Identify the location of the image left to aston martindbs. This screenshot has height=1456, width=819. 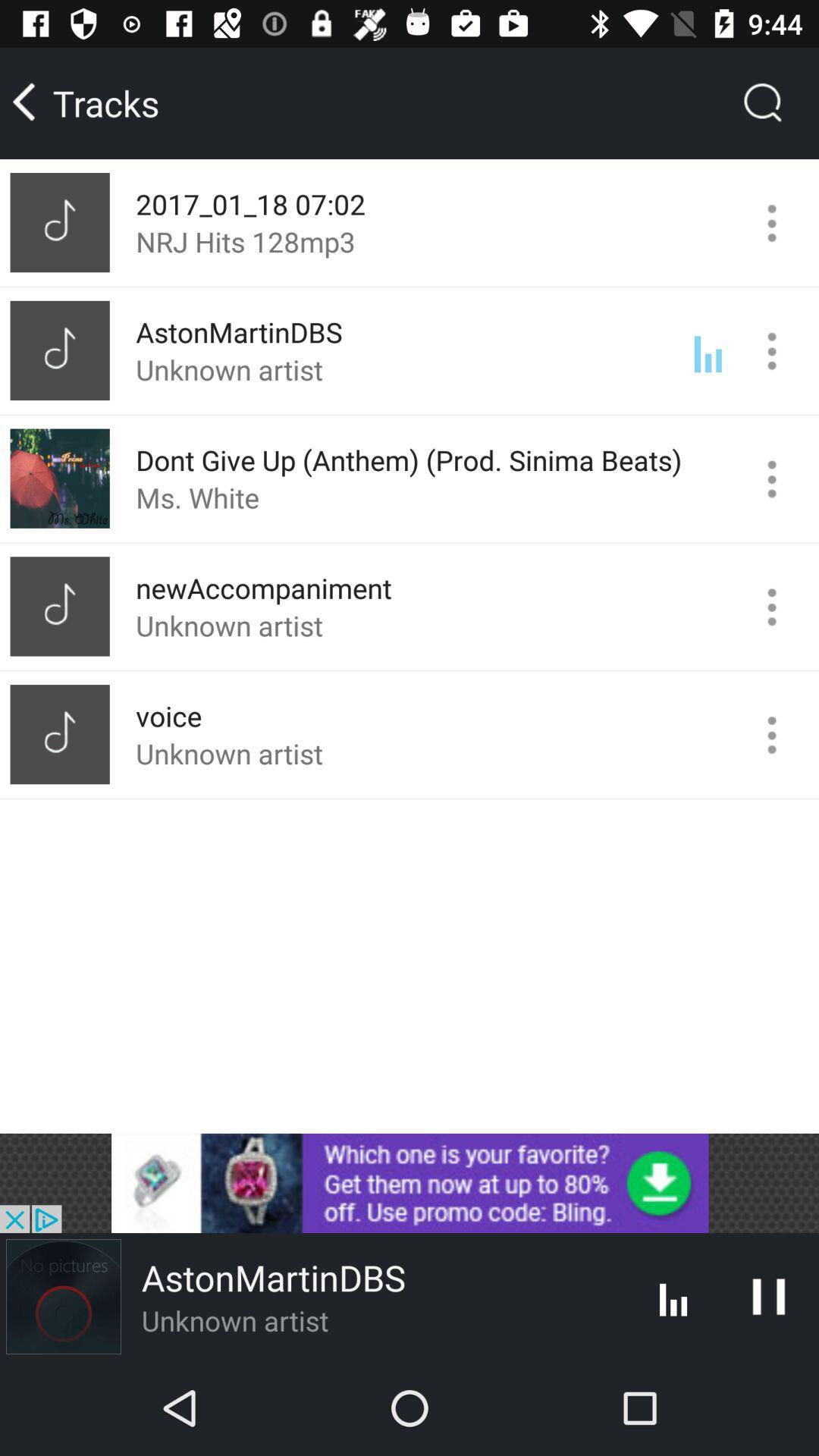
(63, 1295).